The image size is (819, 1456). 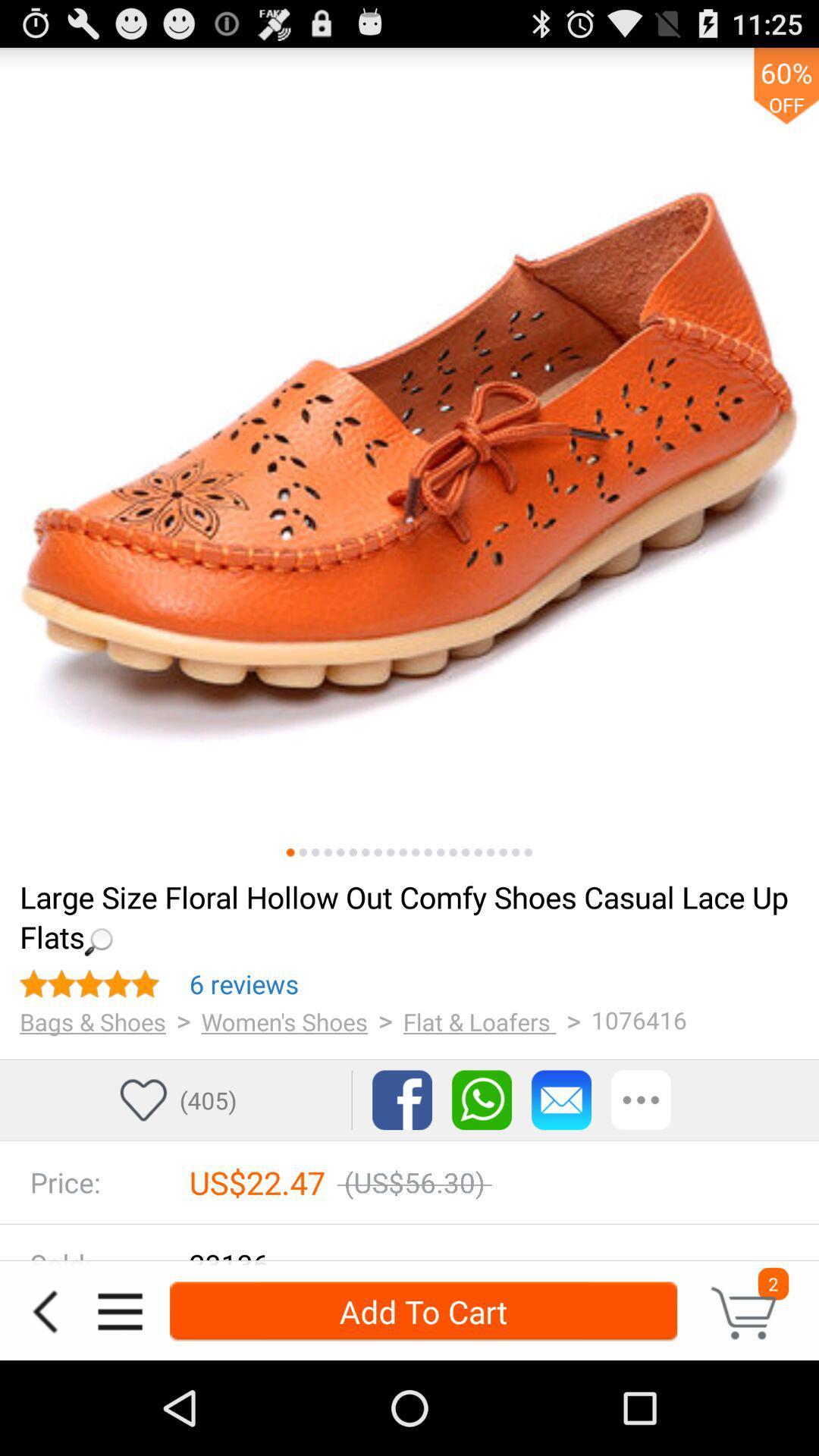 I want to click on image 20, so click(x=527, y=852).